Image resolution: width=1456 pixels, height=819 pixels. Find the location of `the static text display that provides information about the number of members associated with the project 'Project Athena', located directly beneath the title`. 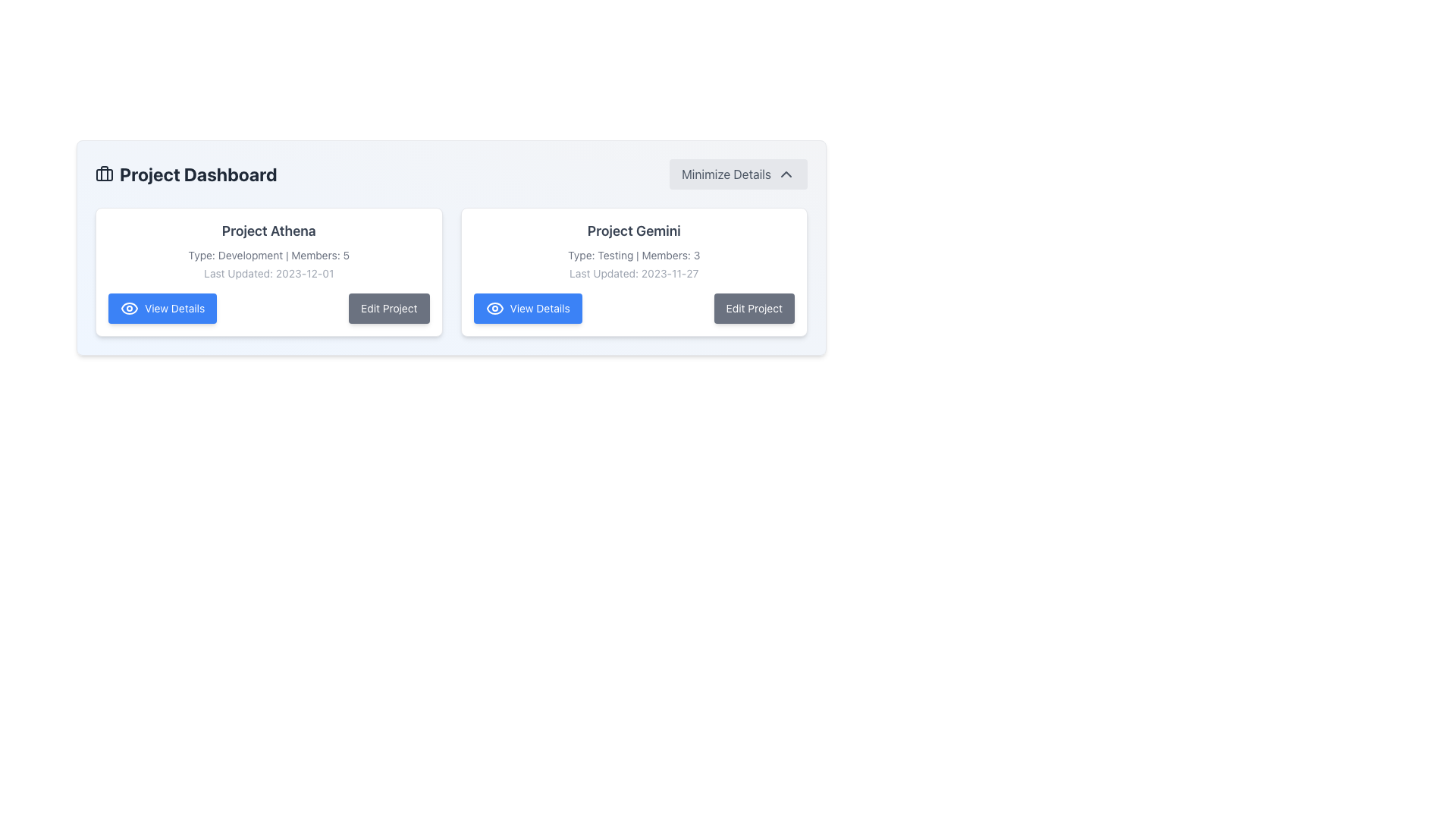

the static text display that provides information about the number of members associated with the project 'Project Athena', located directly beneath the title is located at coordinates (268, 254).